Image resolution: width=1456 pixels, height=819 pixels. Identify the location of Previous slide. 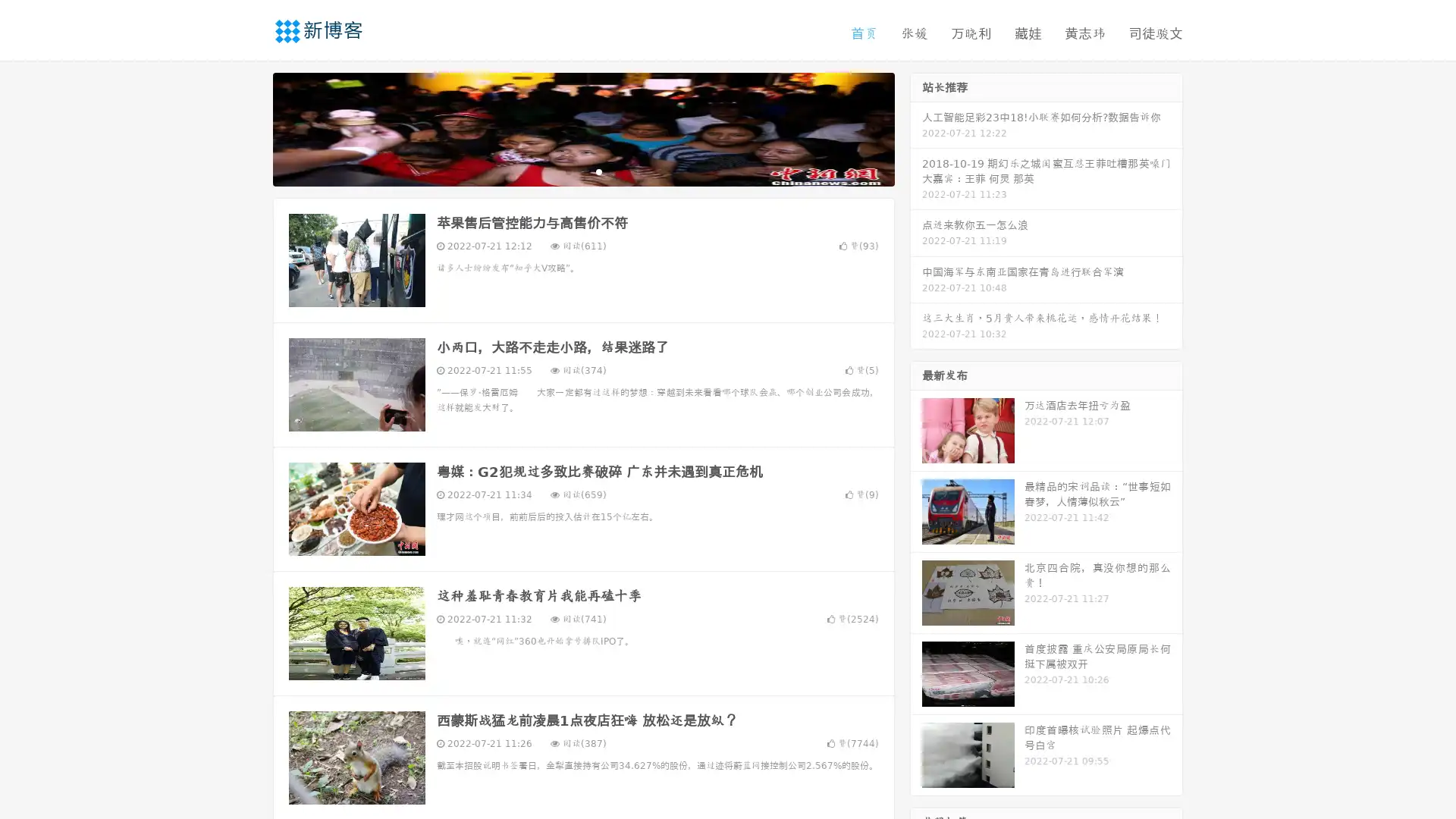
(250, 127).